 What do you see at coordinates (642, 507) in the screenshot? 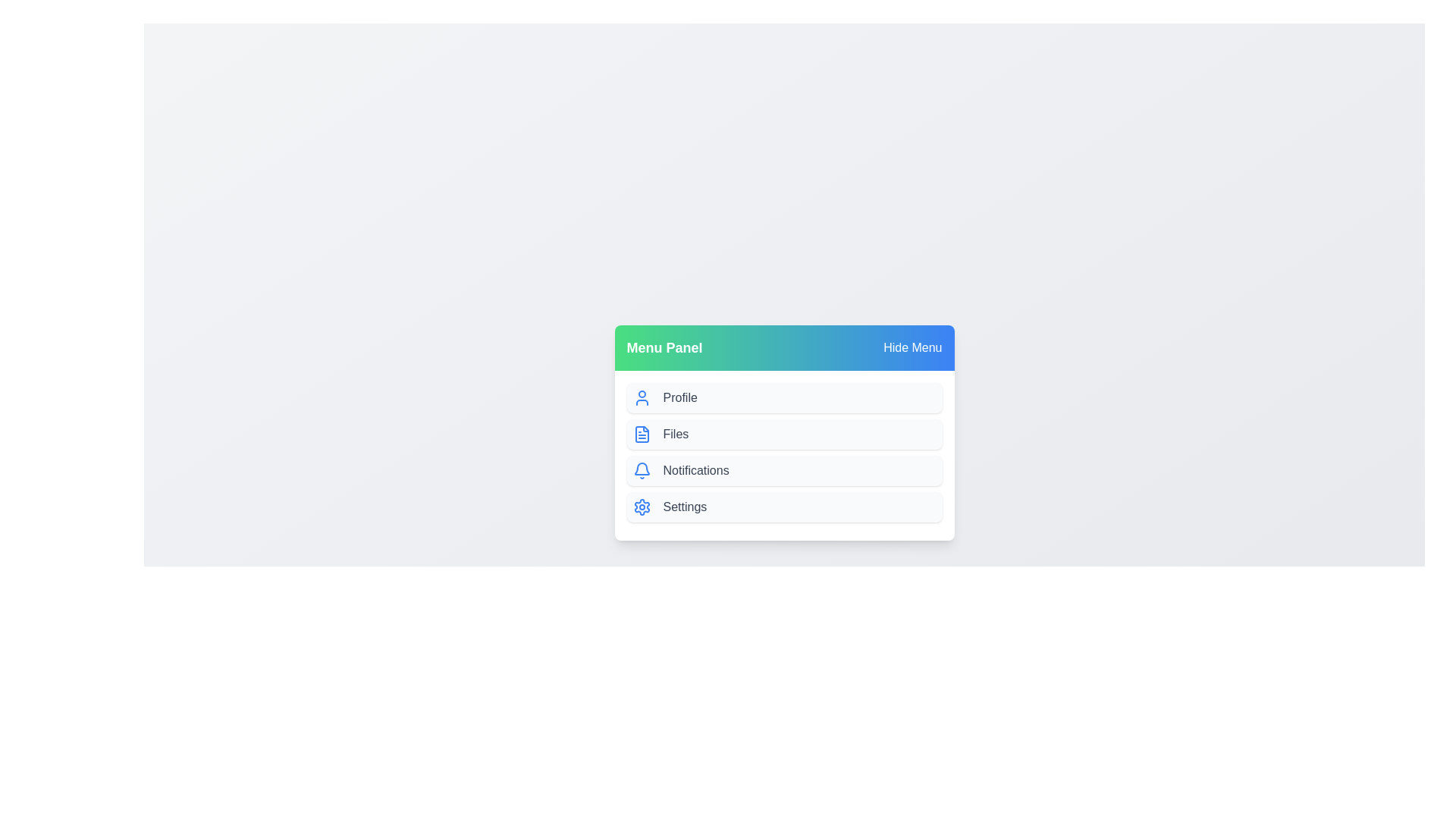
I see `the icon next to the menu item Settings` at bounding box center [642, 507].